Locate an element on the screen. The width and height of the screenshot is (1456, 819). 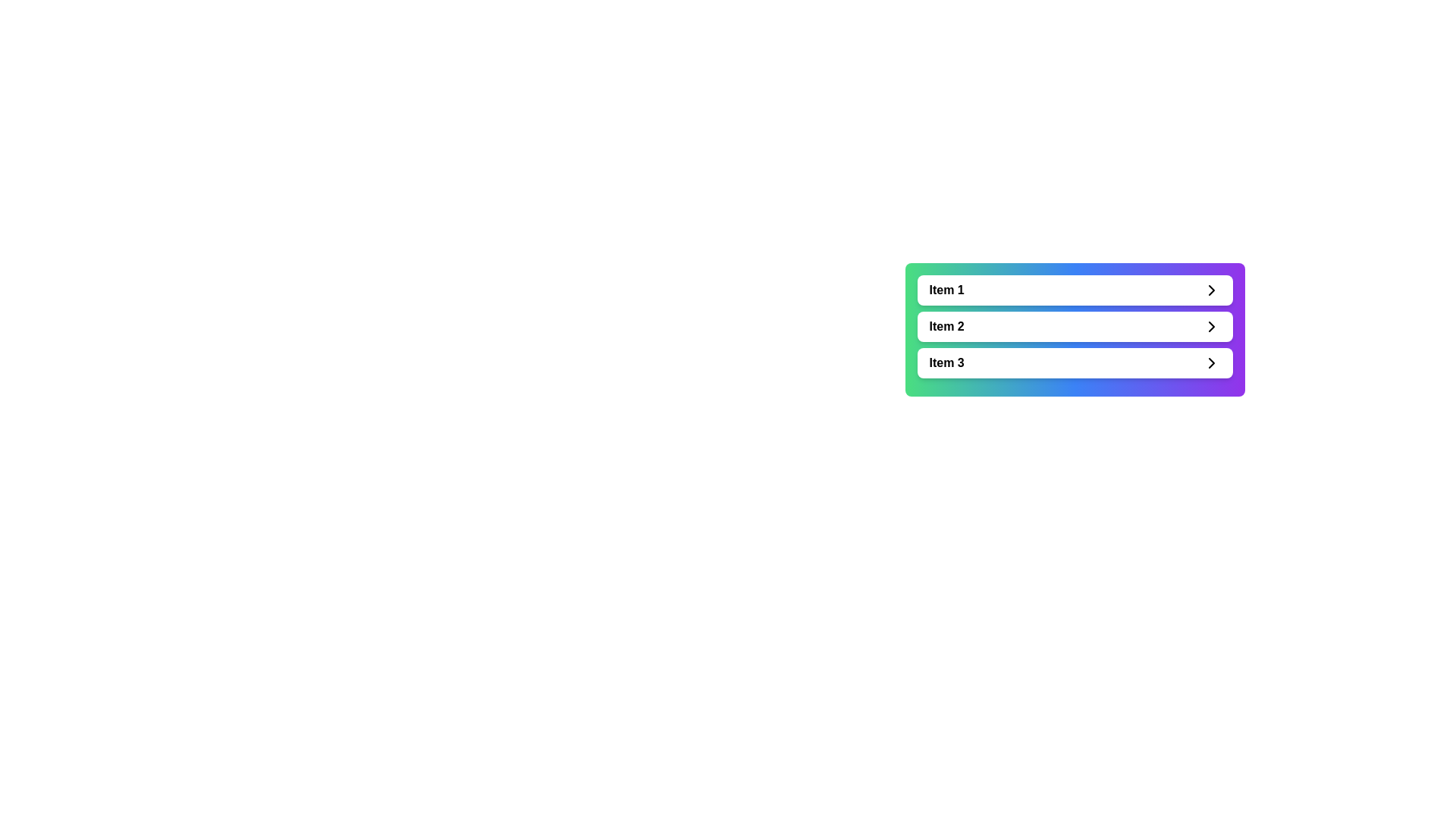
the right-pointing chevron icon indicating forward navigation located in the 'Item 2' section adjacent to the item's text in the middle row of the list is located at coordinates (1210, 326).